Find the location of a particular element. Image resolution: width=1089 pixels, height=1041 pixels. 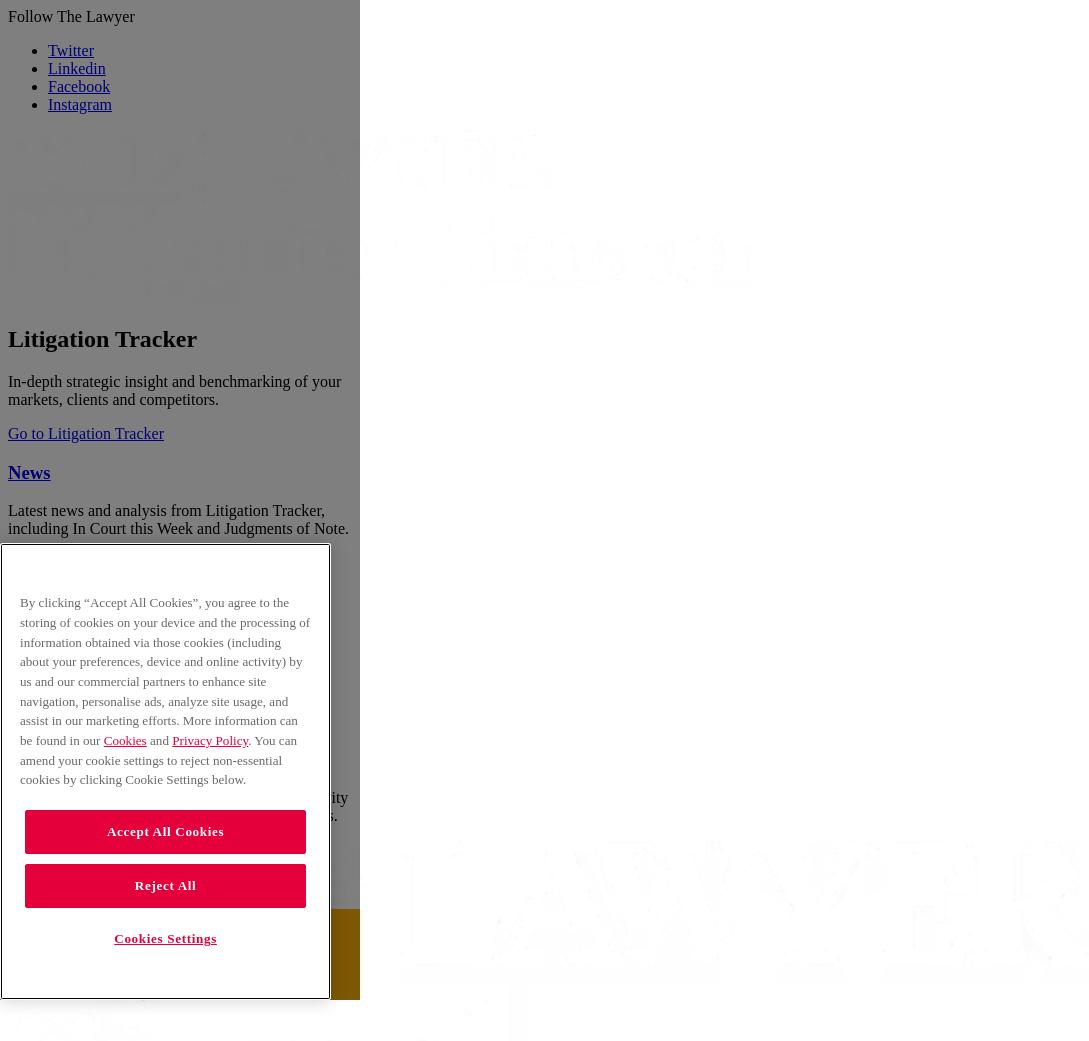

'Interrogate our database of structured Claims data from six courts since January 2020.' is located at coordinates (167, 614).